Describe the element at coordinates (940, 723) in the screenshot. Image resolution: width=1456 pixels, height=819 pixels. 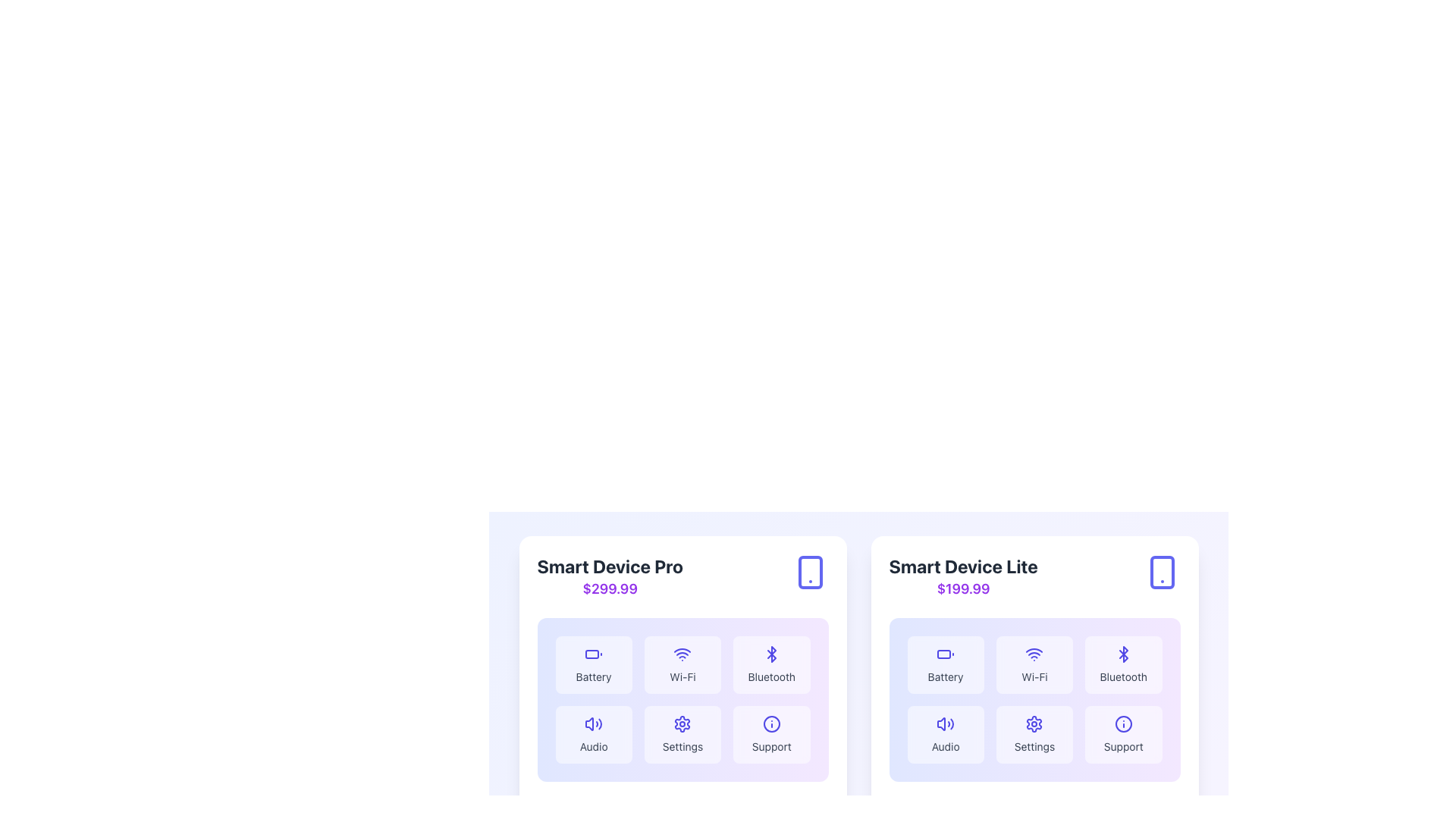
I see `the leftmost graphical icon component of the speaker in the audio control interface, which visually represents the speaker's functionality` at that location.